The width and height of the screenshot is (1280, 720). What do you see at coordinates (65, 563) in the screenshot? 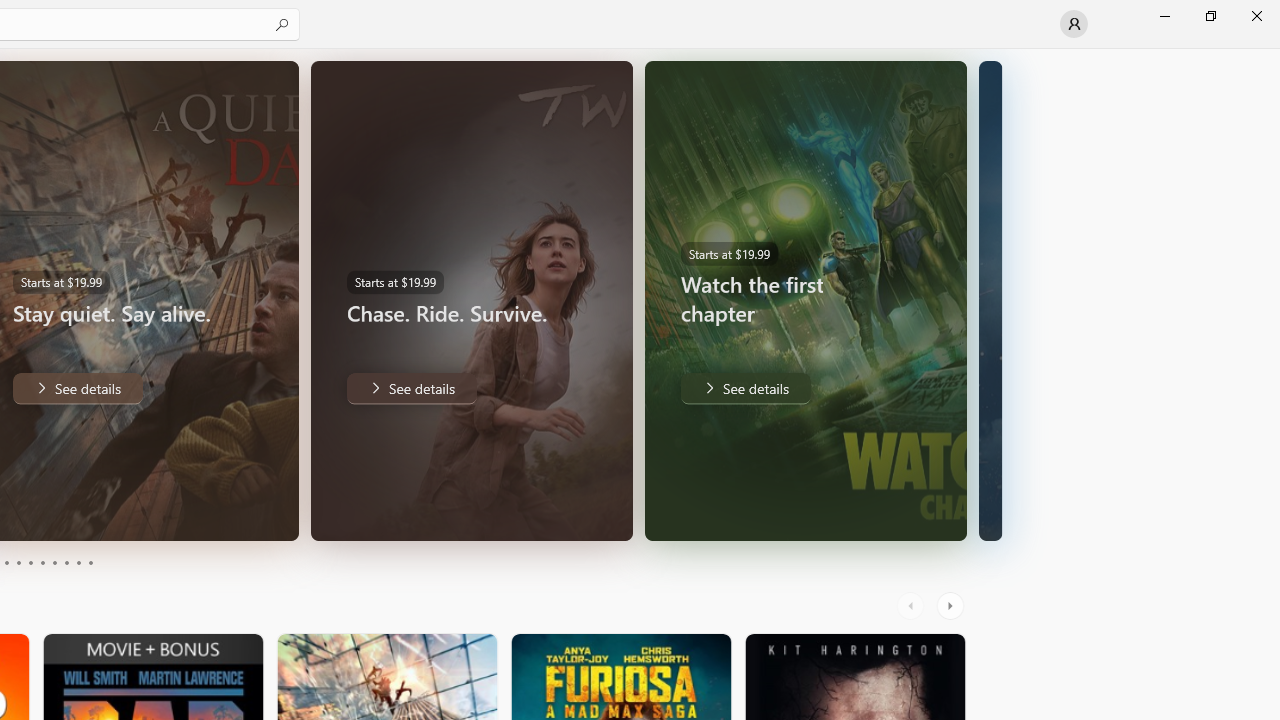
I see `'Page 8'` at bounding box center [65, 563].